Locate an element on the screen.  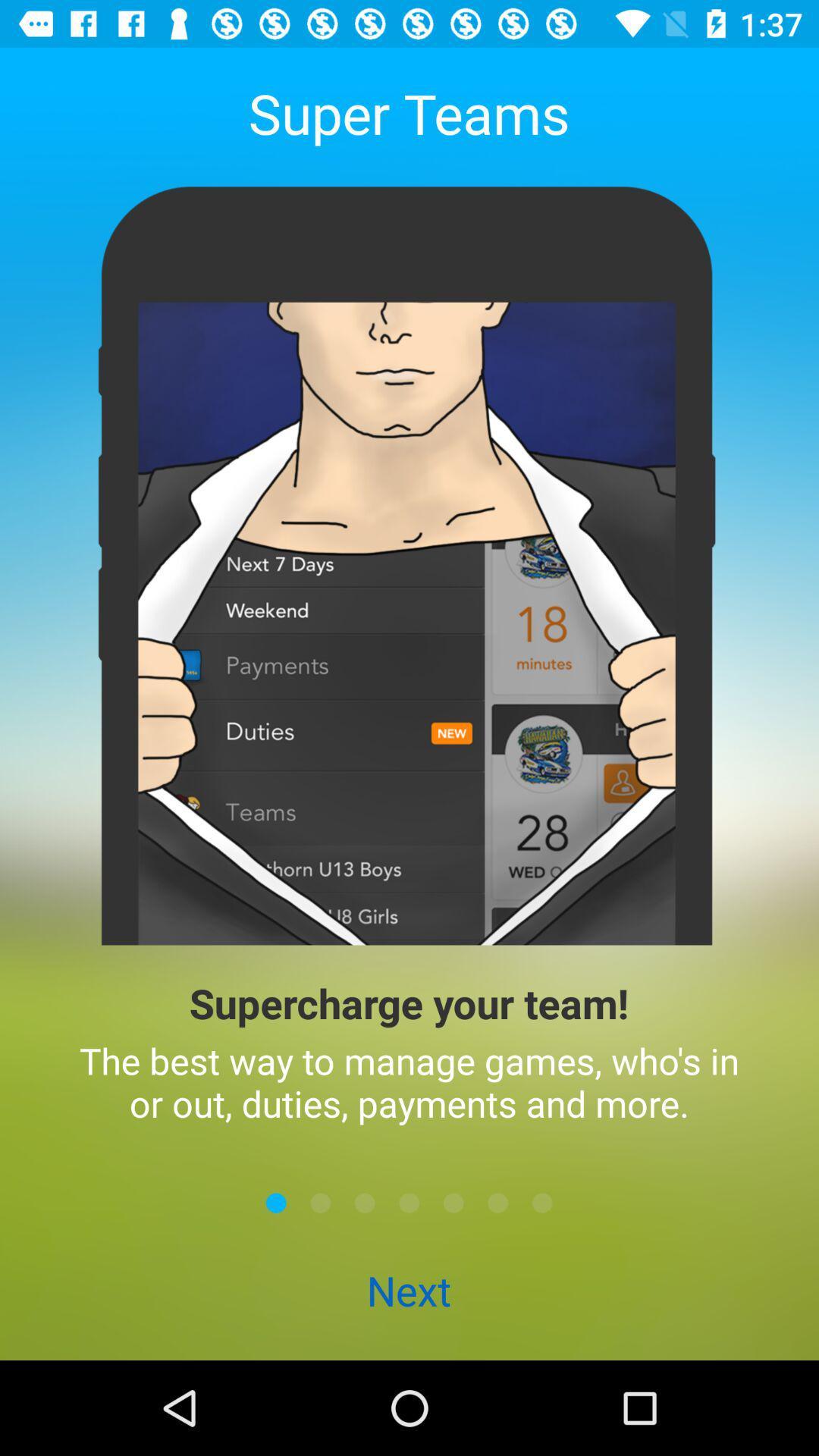
icon above the next icon is located at coordinates (320, 1202).